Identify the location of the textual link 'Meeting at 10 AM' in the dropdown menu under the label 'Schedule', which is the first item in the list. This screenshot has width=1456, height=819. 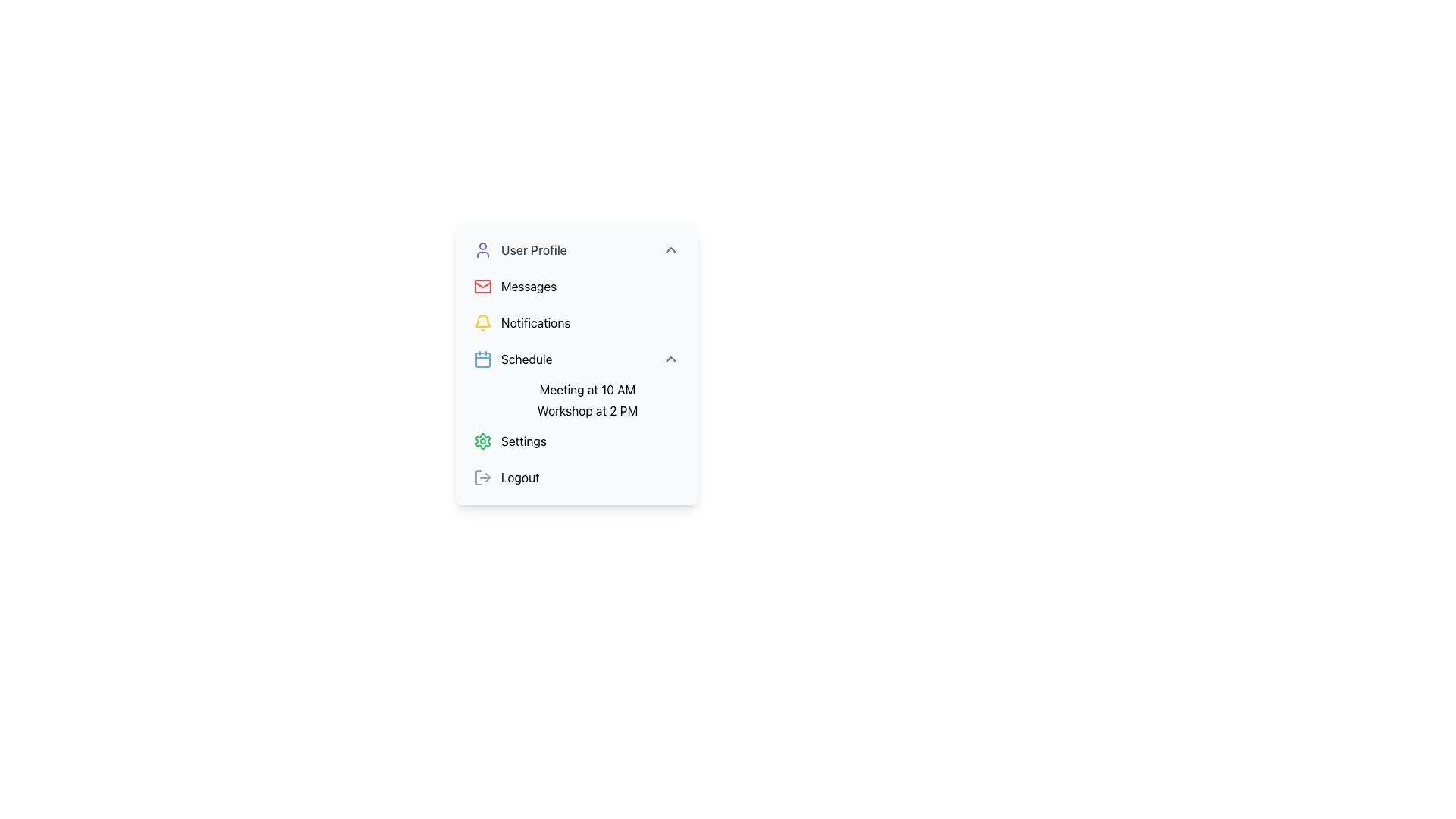
(586, 388).